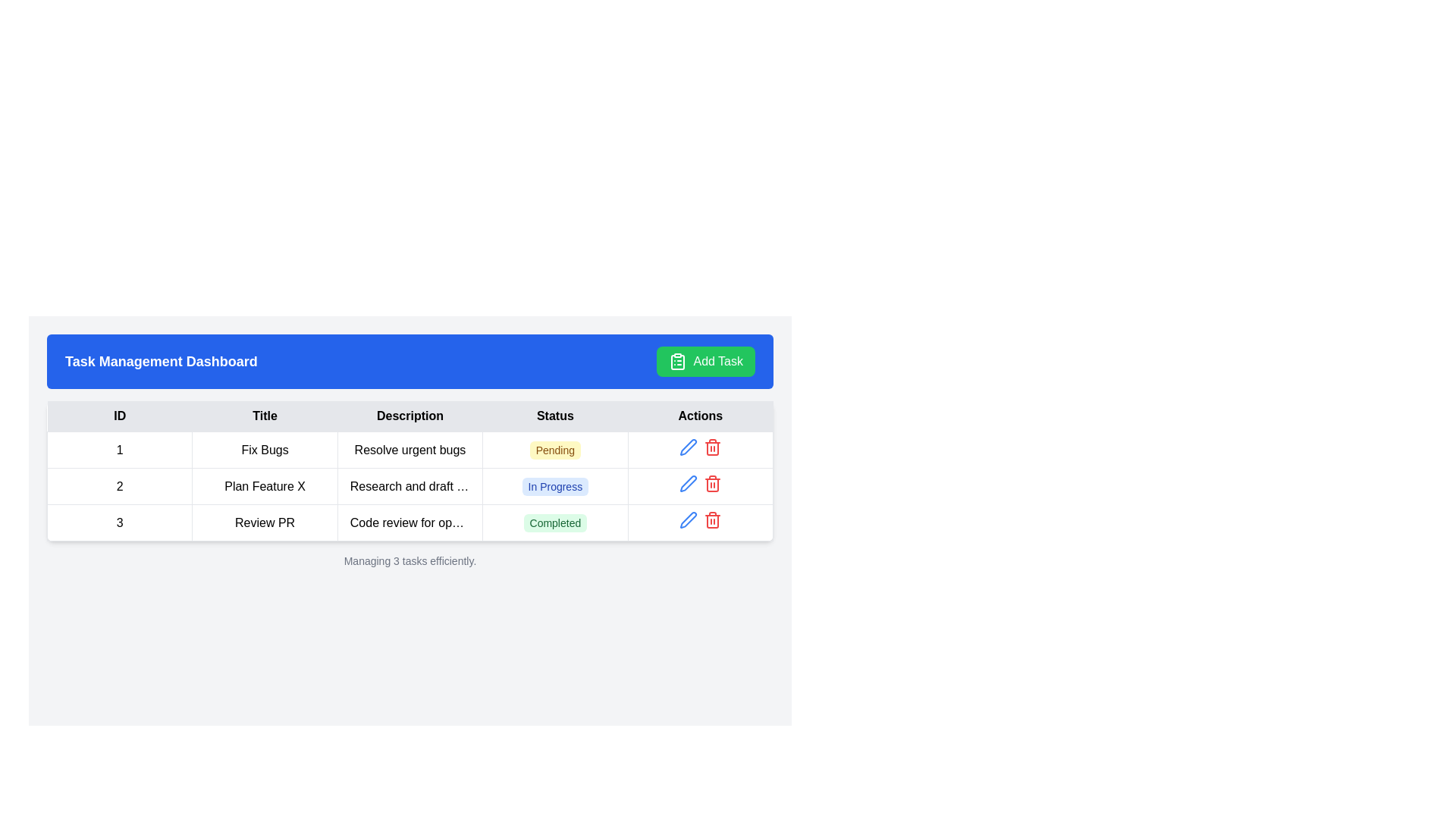 The image size is (1456, 819). Describe the element at coordinates (711, 447) in the screenshot. I see `the trash can icon in the 'Actions' column of the table corresponding to the task titled 'Review PR'` at that location.